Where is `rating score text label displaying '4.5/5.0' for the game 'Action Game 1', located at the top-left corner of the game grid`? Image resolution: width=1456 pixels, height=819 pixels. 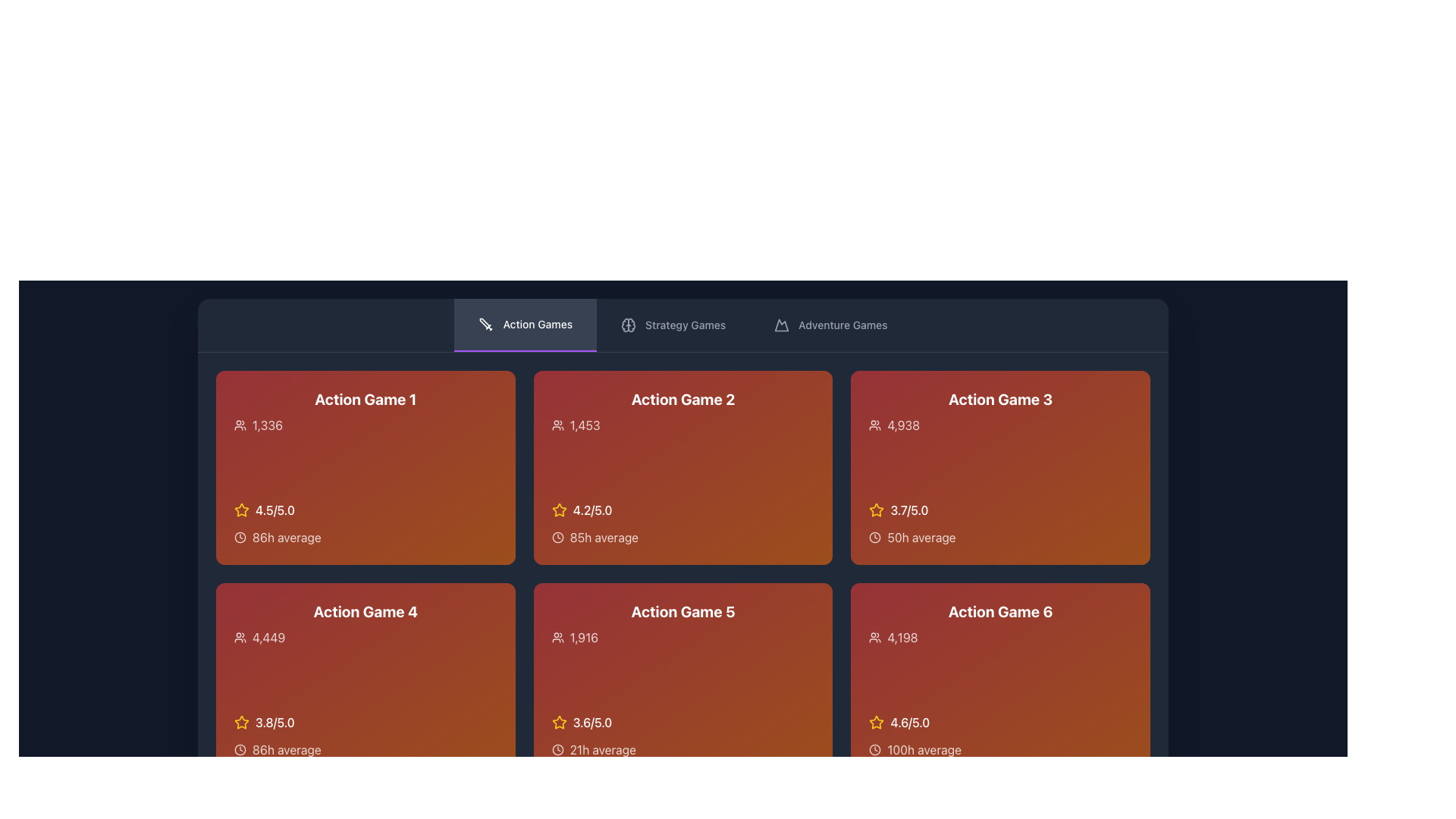
rating score text label displaying '4.5/5.0' for the game 'Action Game 1', located at the top-left corner of the game grid is located at coordinates (275, 510).